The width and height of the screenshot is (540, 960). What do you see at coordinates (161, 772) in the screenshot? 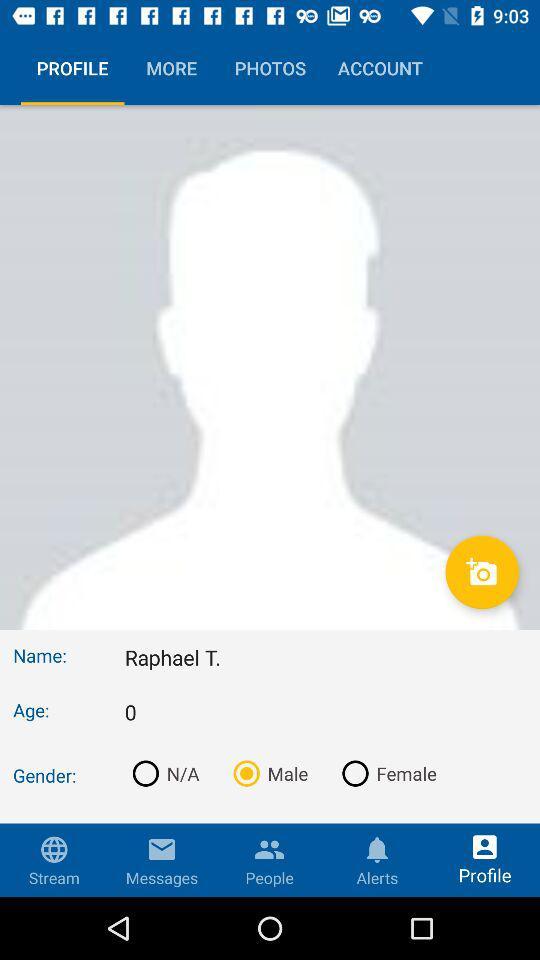
I see `n/a icon` at bounding box center [161, 772].